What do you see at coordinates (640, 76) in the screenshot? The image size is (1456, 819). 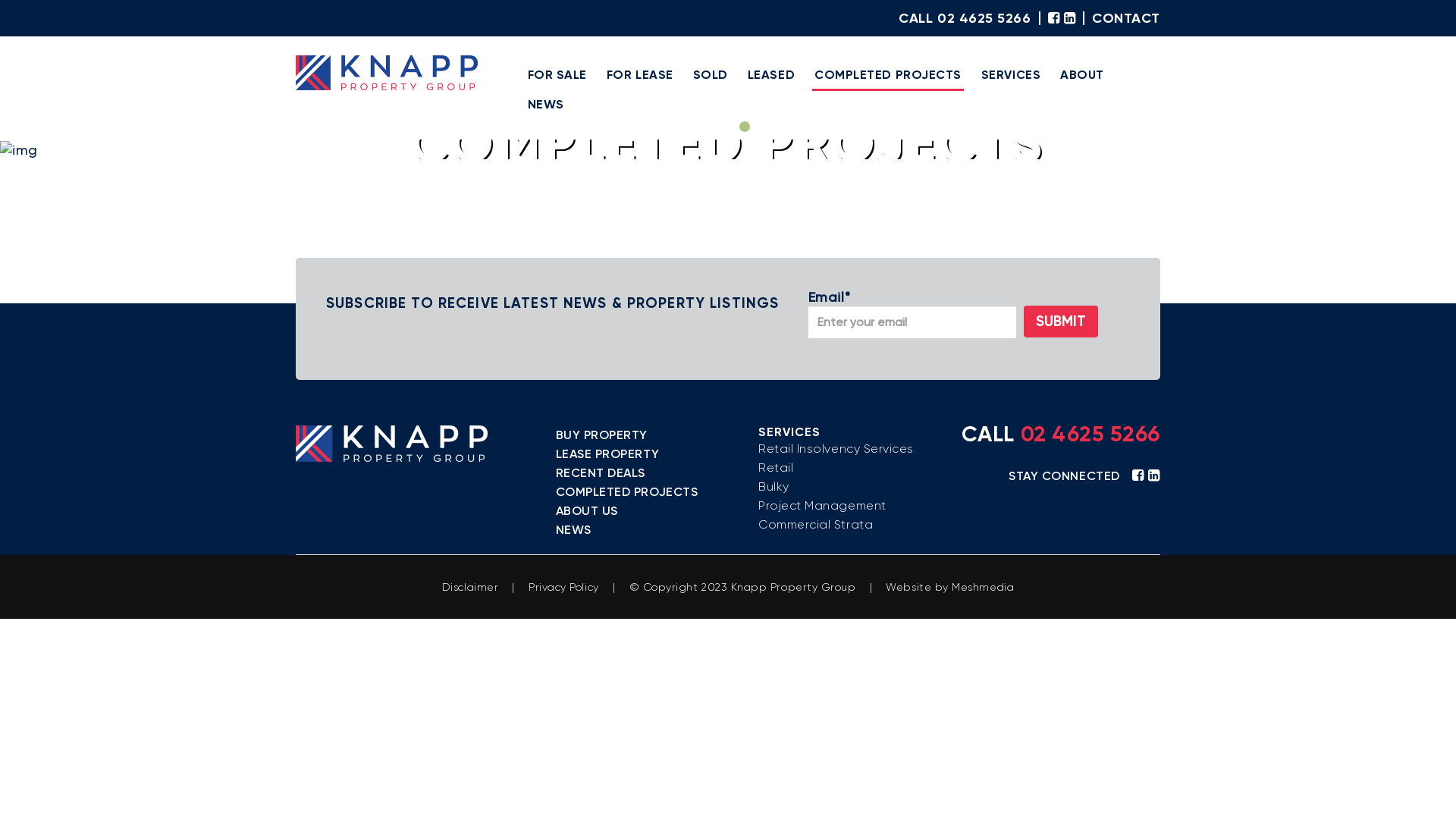 I see `'FOR LEASE'` at bounding box center [640, 76].